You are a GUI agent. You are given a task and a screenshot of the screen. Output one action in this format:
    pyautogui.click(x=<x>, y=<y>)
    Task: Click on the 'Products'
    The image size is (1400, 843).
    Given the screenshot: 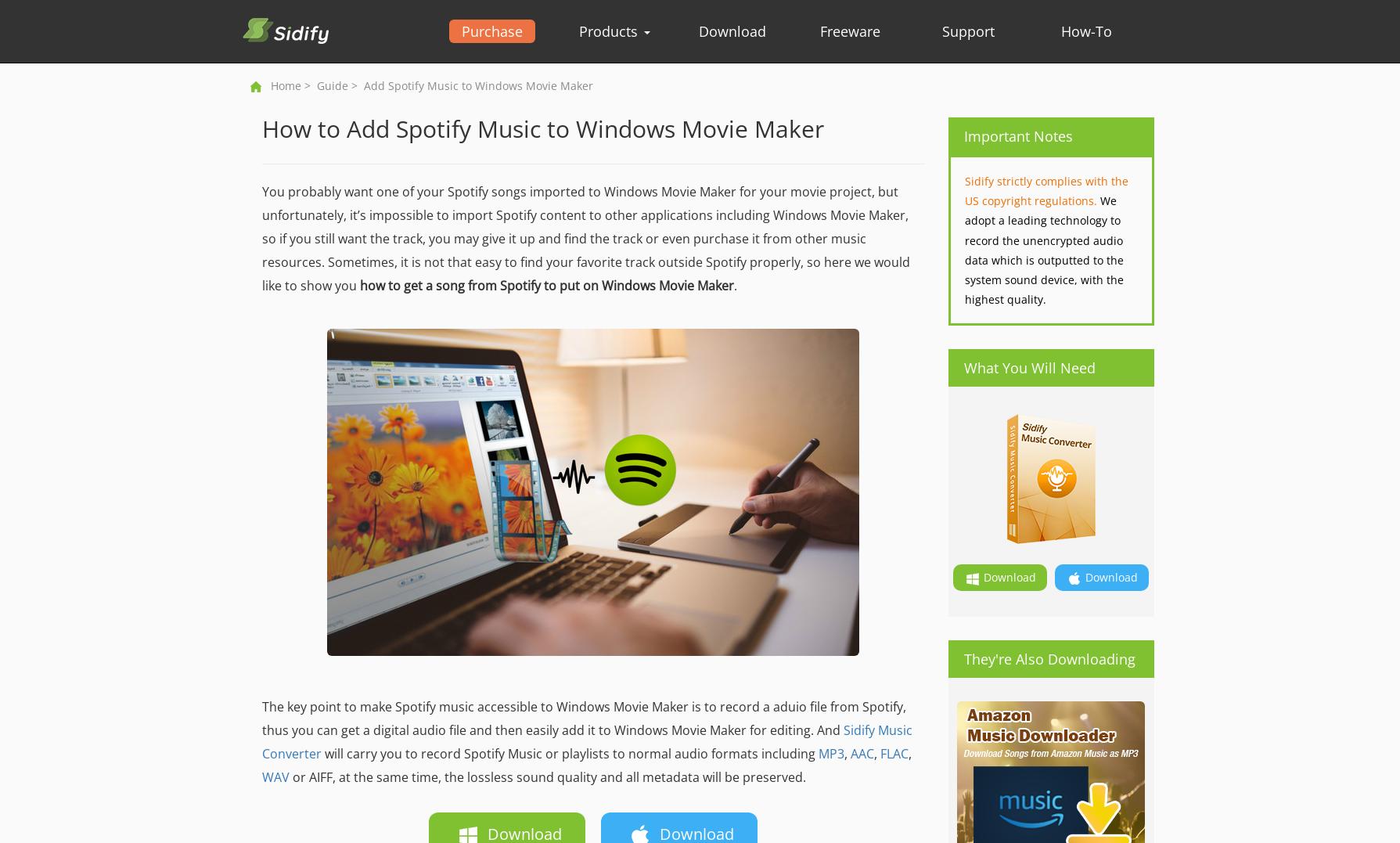 What is the action you would take?
    pyautogui.click(x=609, y=30)
    